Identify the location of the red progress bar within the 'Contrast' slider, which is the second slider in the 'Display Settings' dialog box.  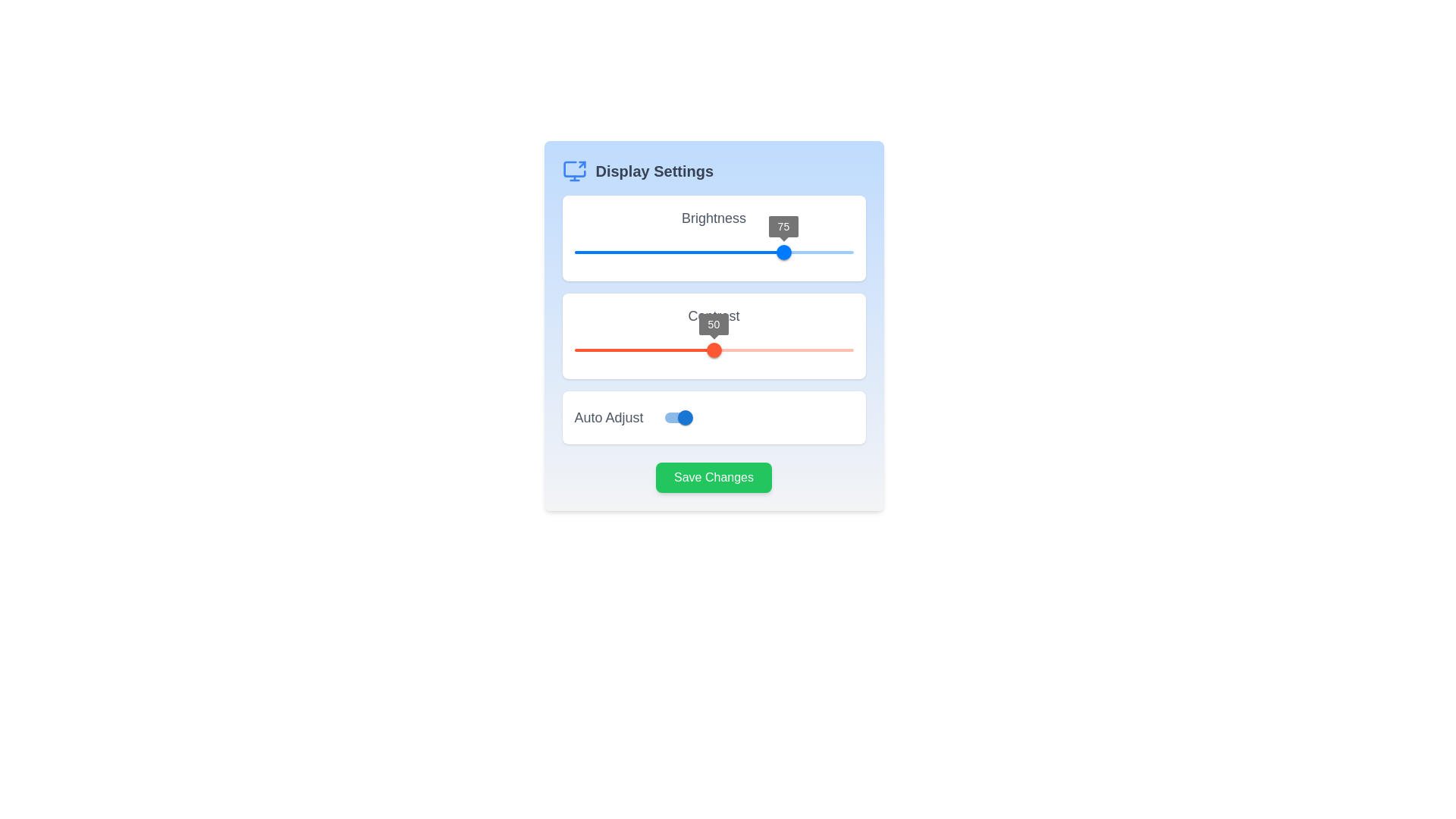
(644, 350).